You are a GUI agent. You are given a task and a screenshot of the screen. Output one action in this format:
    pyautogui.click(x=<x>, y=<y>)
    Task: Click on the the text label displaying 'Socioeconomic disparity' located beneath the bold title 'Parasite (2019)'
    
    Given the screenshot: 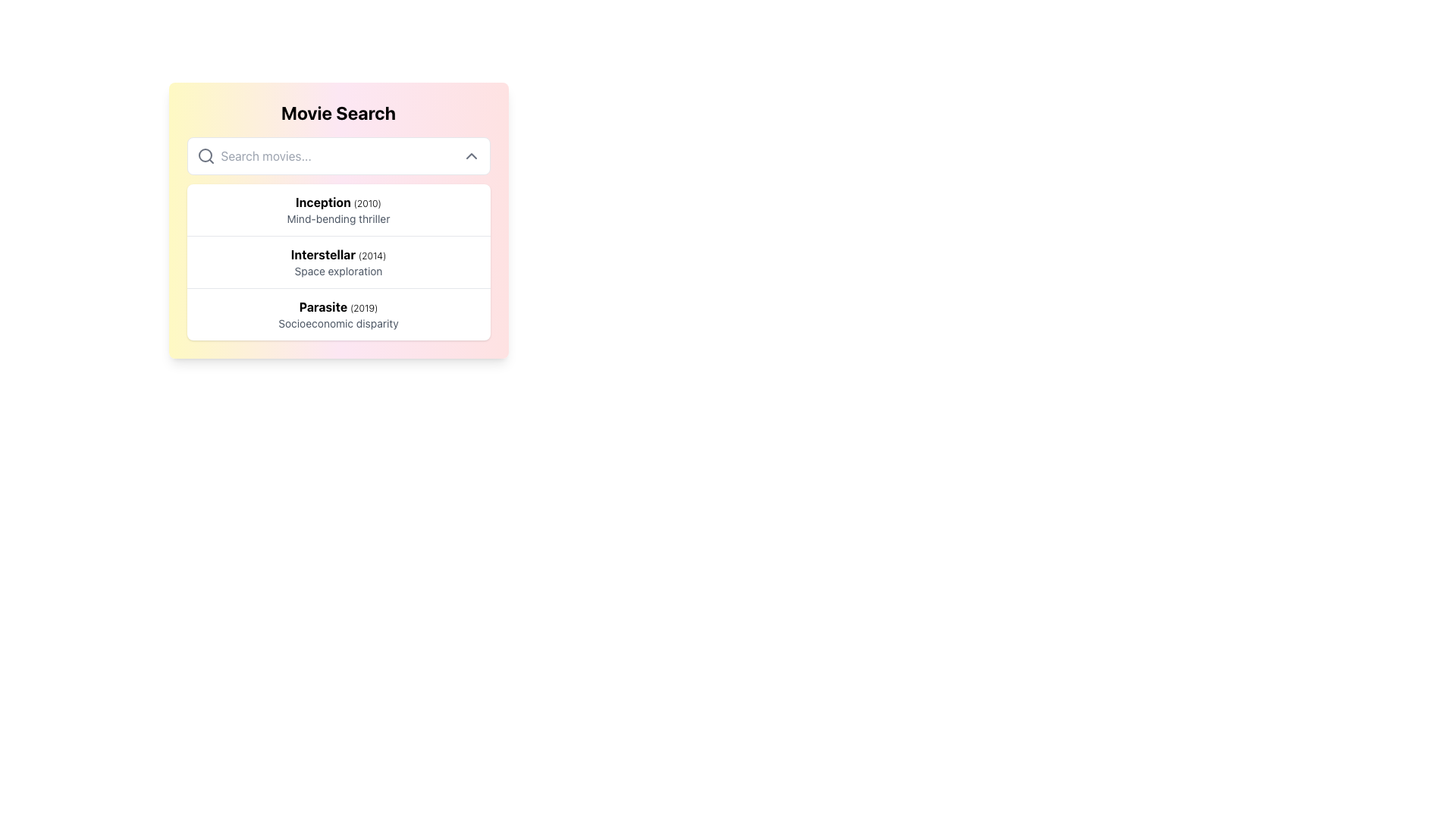 What is the action you would take?
    pyautogui.click(x=337, y=323)
    